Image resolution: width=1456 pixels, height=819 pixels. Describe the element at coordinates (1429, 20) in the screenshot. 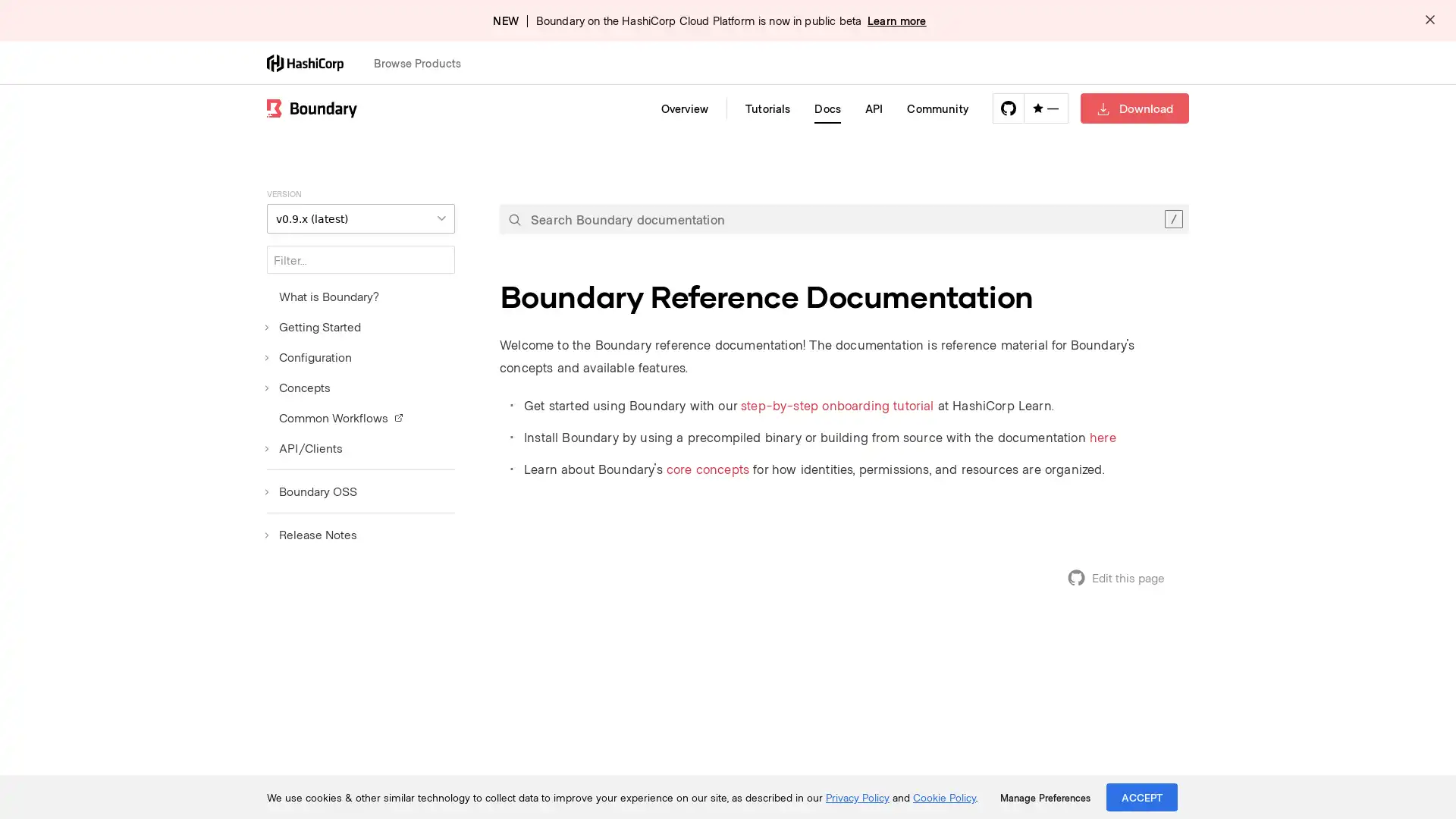

I see `Dismiss alert` at that location.